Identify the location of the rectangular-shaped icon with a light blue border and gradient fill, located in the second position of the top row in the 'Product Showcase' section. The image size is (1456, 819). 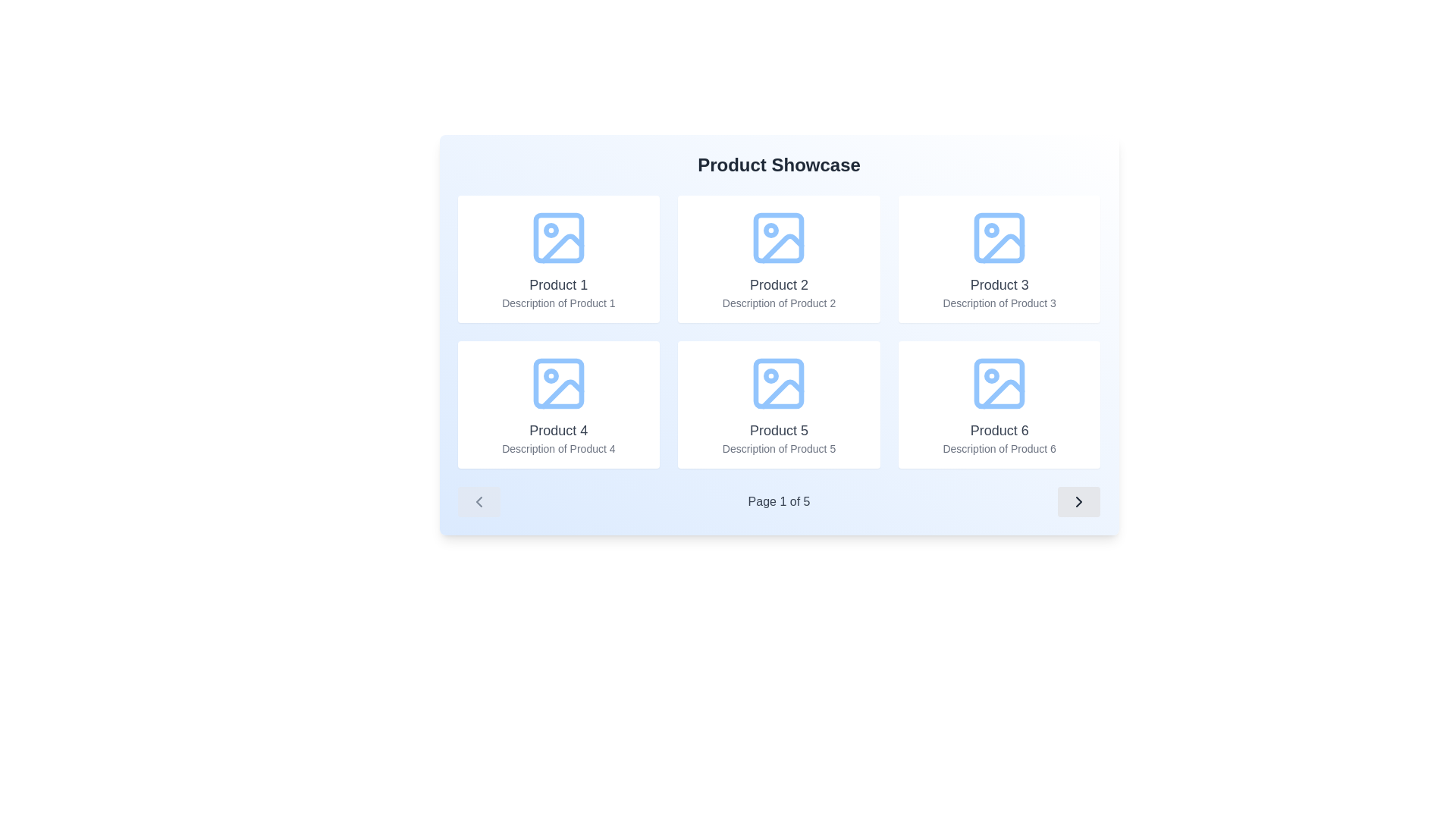
(779, 237).